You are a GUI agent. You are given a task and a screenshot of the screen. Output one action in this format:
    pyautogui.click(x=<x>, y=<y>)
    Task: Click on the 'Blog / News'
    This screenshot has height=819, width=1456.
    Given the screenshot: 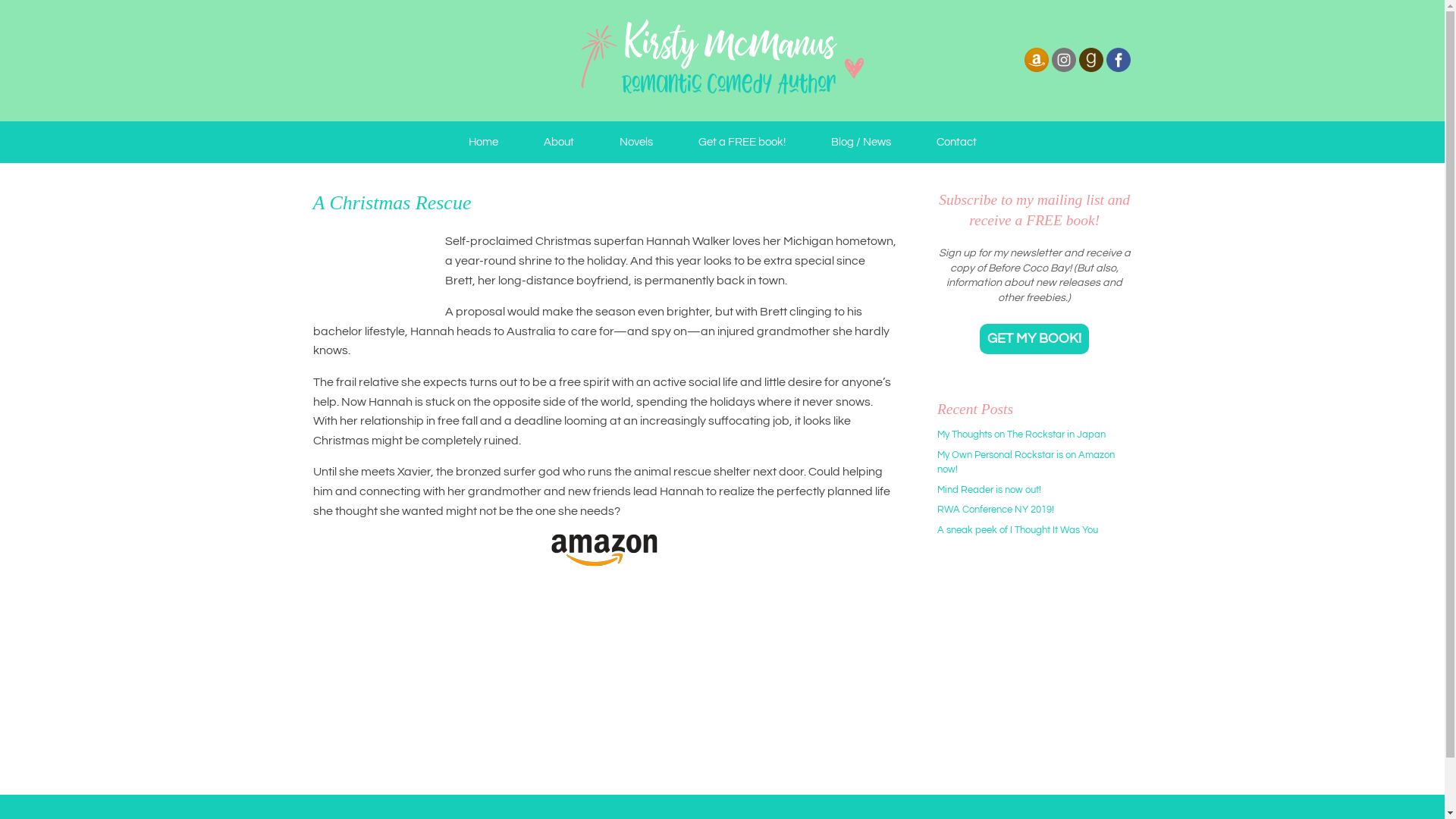 What is the action you would take?
    pyautogui.click(x=861, y=142)
    